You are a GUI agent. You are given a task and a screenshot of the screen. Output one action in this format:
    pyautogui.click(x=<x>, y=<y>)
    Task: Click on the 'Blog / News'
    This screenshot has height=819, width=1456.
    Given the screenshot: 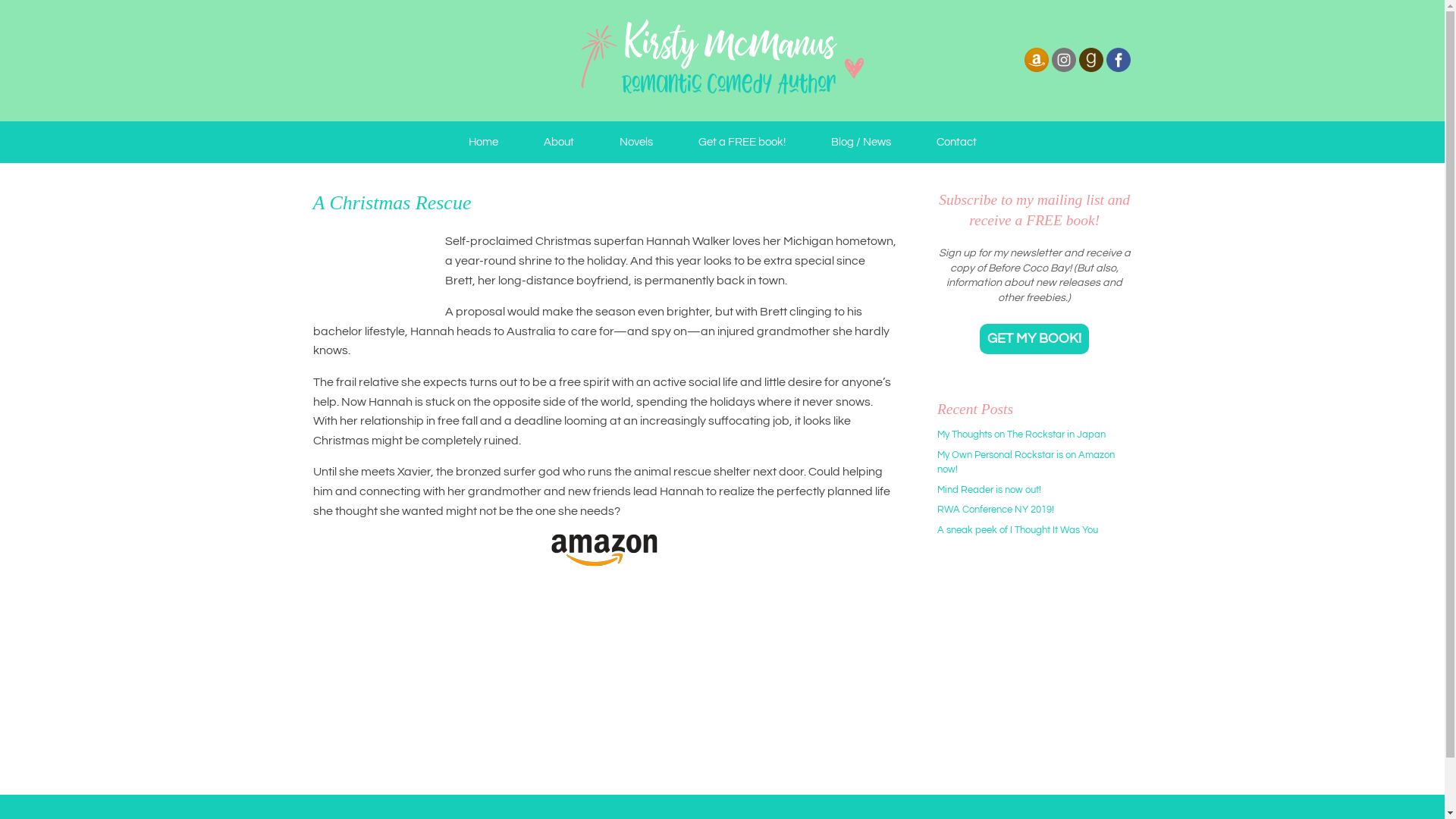 What is the action you would take?
    pyautogui.click(x=861, y=142)
    